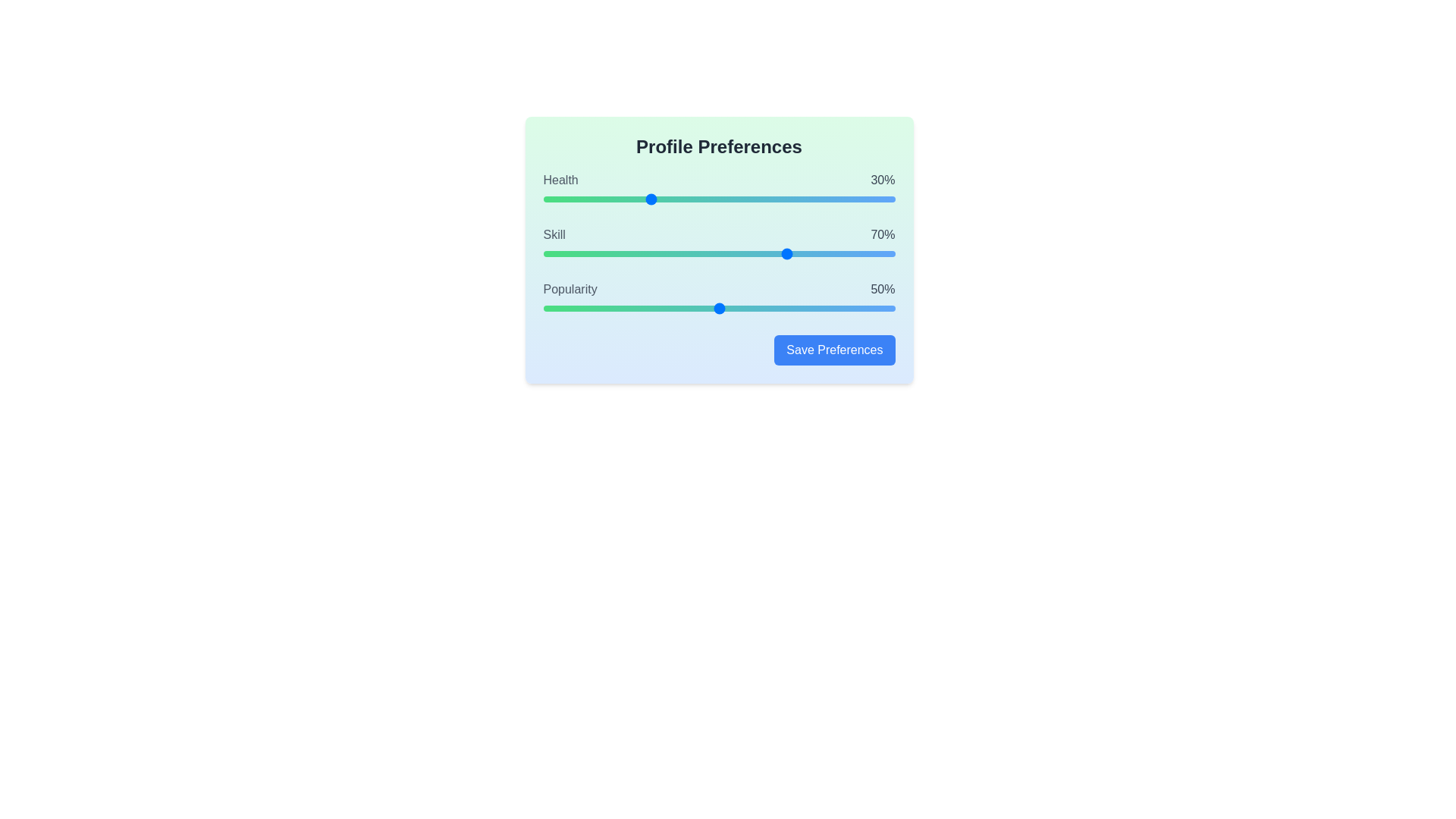  I want to click on the popularity slider to 3%, so click(553, 308).